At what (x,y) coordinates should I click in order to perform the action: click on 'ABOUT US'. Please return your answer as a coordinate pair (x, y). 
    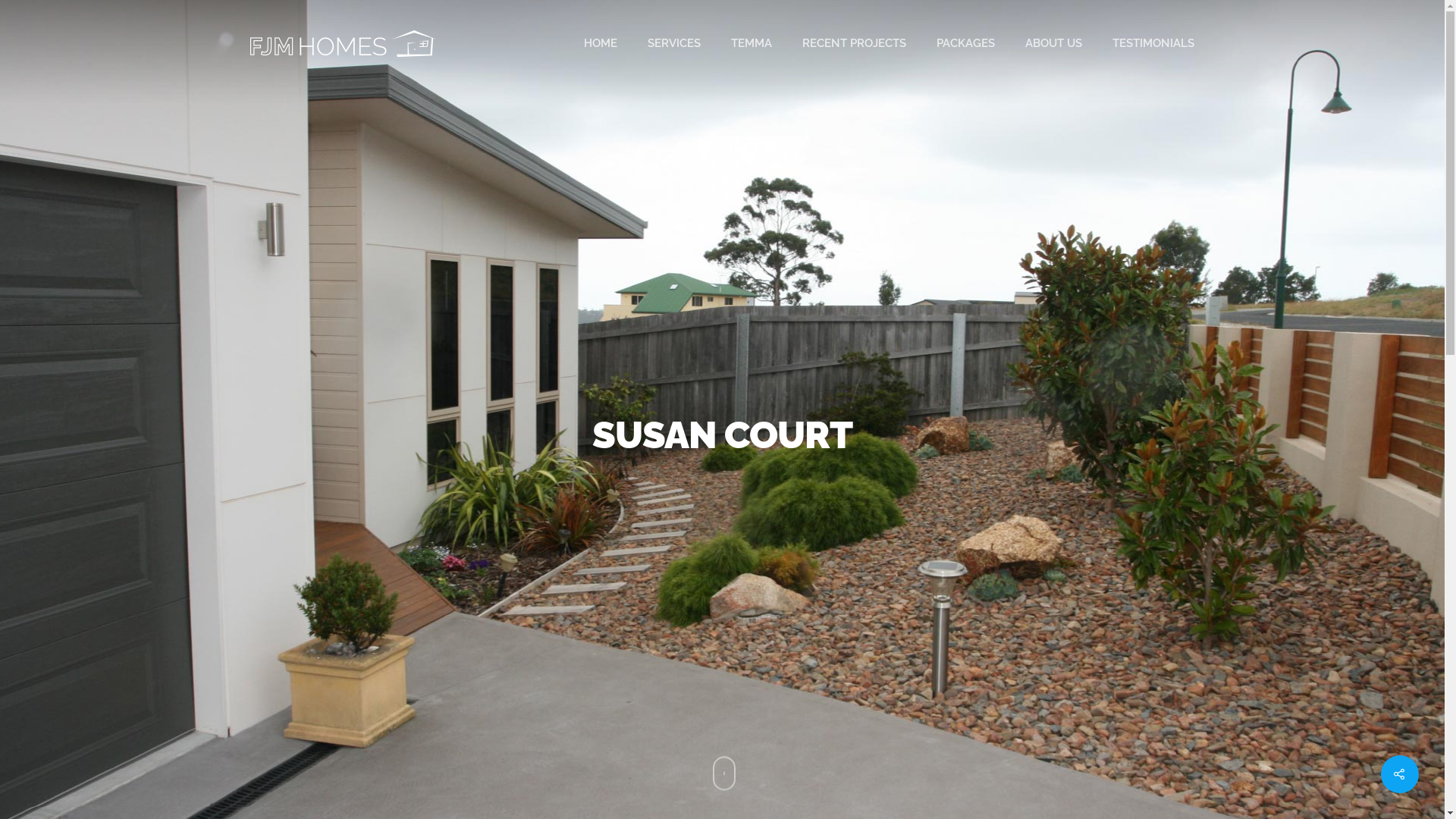
    Looking at the image, I should click on (1053, 42).